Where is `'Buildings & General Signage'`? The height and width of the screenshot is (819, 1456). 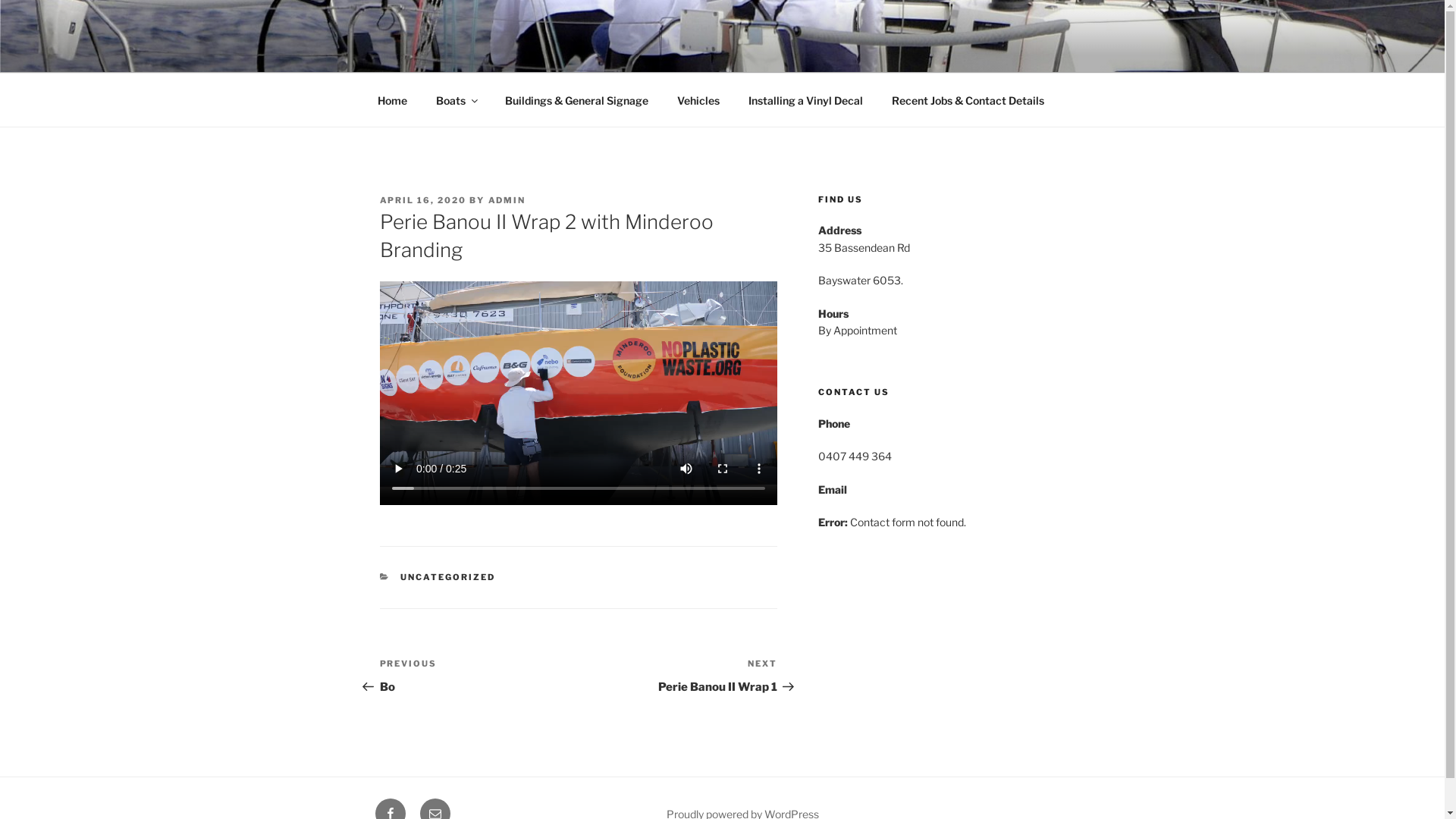 'Buildings & General Signage' is located at coordinates (575, 100).